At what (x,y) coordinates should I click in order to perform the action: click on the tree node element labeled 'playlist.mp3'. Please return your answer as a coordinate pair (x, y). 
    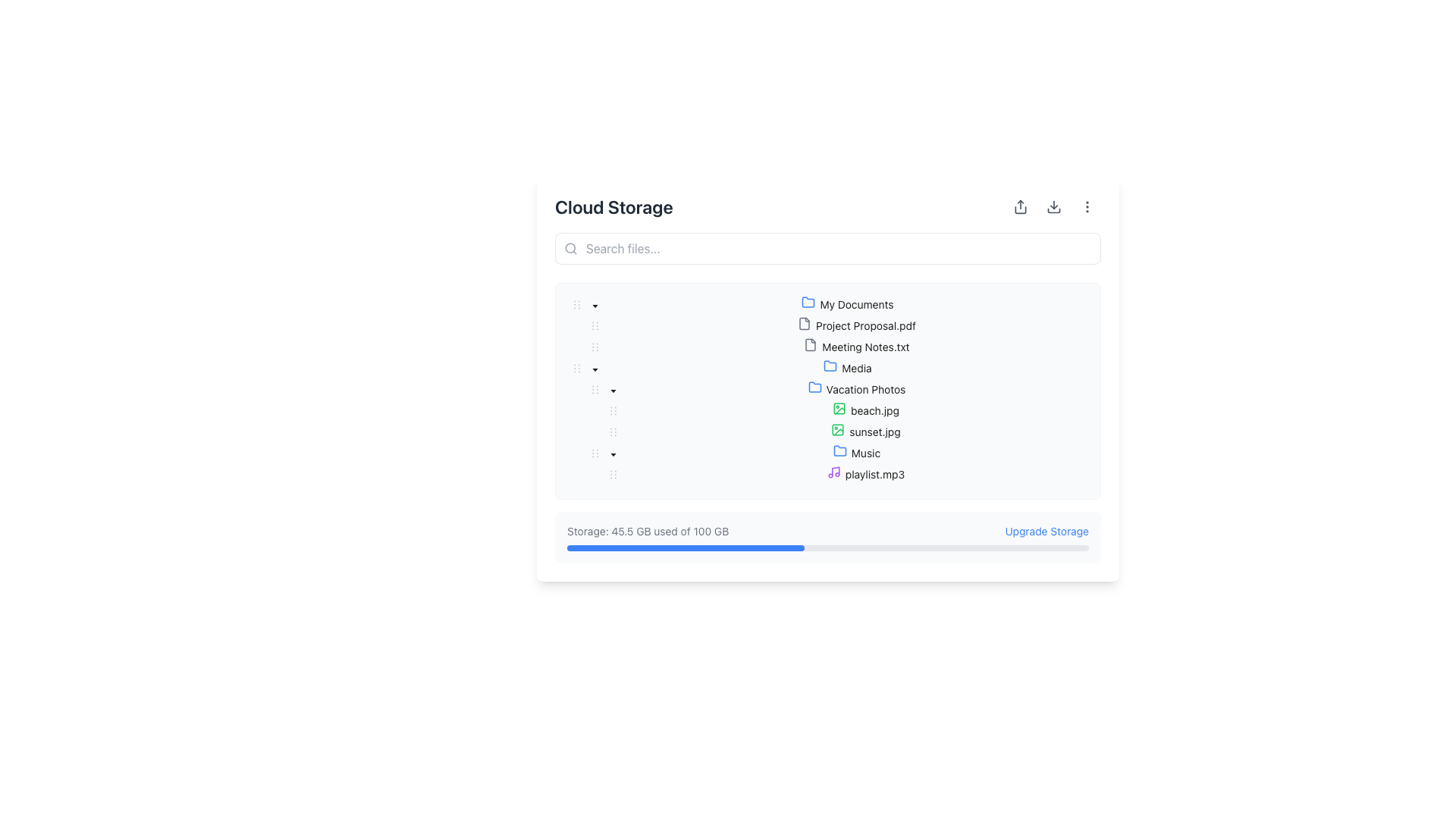
    Looking at the image, I should click on (866, 473).